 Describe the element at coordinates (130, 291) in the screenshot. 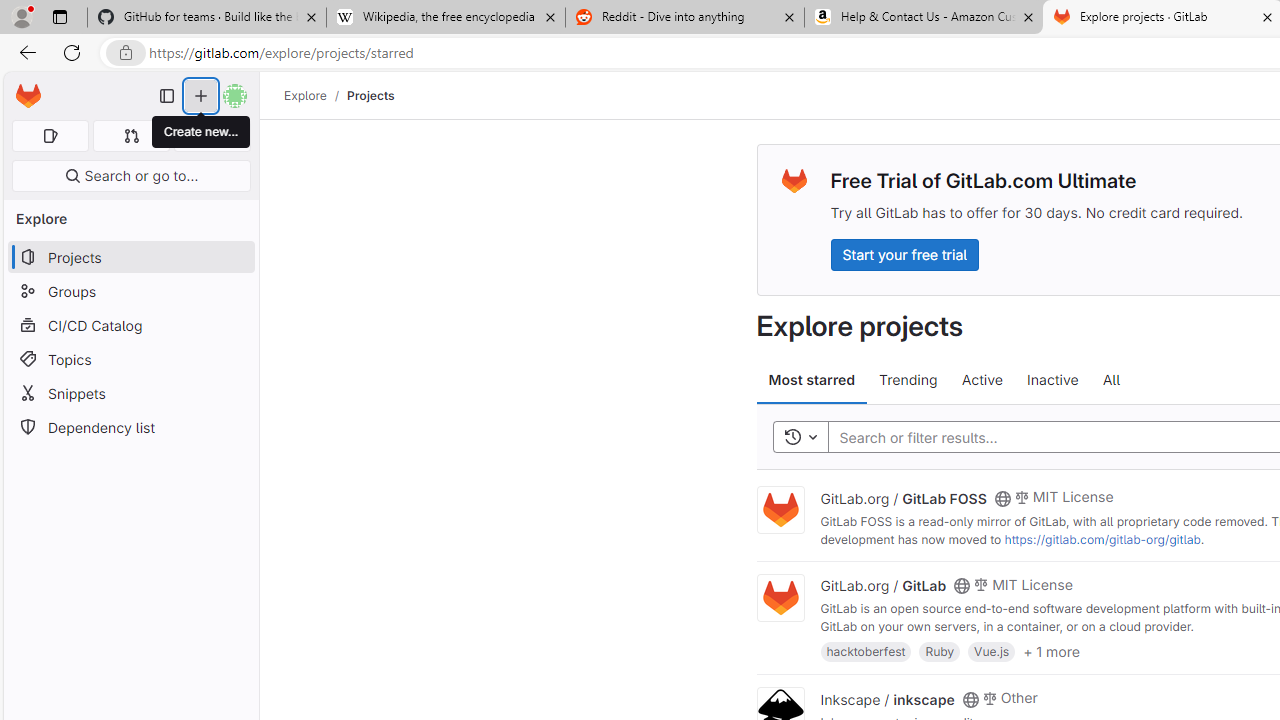

I see `'Groups'` at that location.